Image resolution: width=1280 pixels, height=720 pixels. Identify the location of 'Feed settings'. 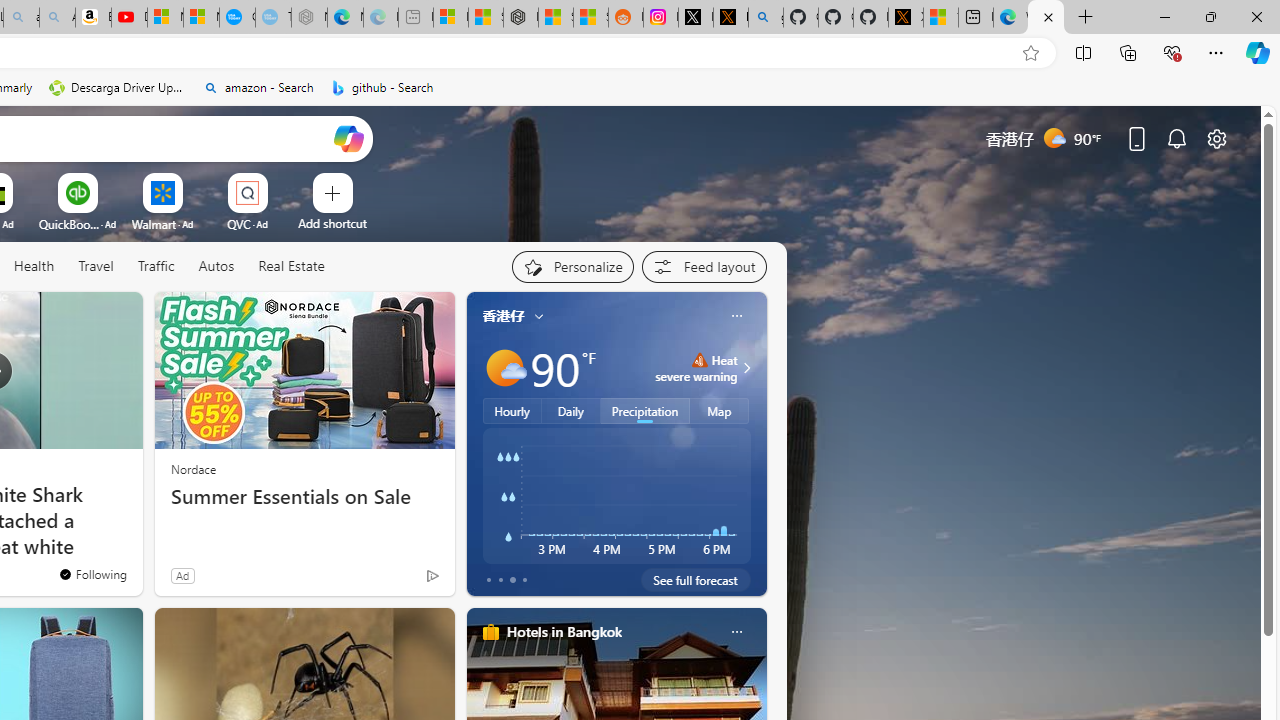
(704, 266).